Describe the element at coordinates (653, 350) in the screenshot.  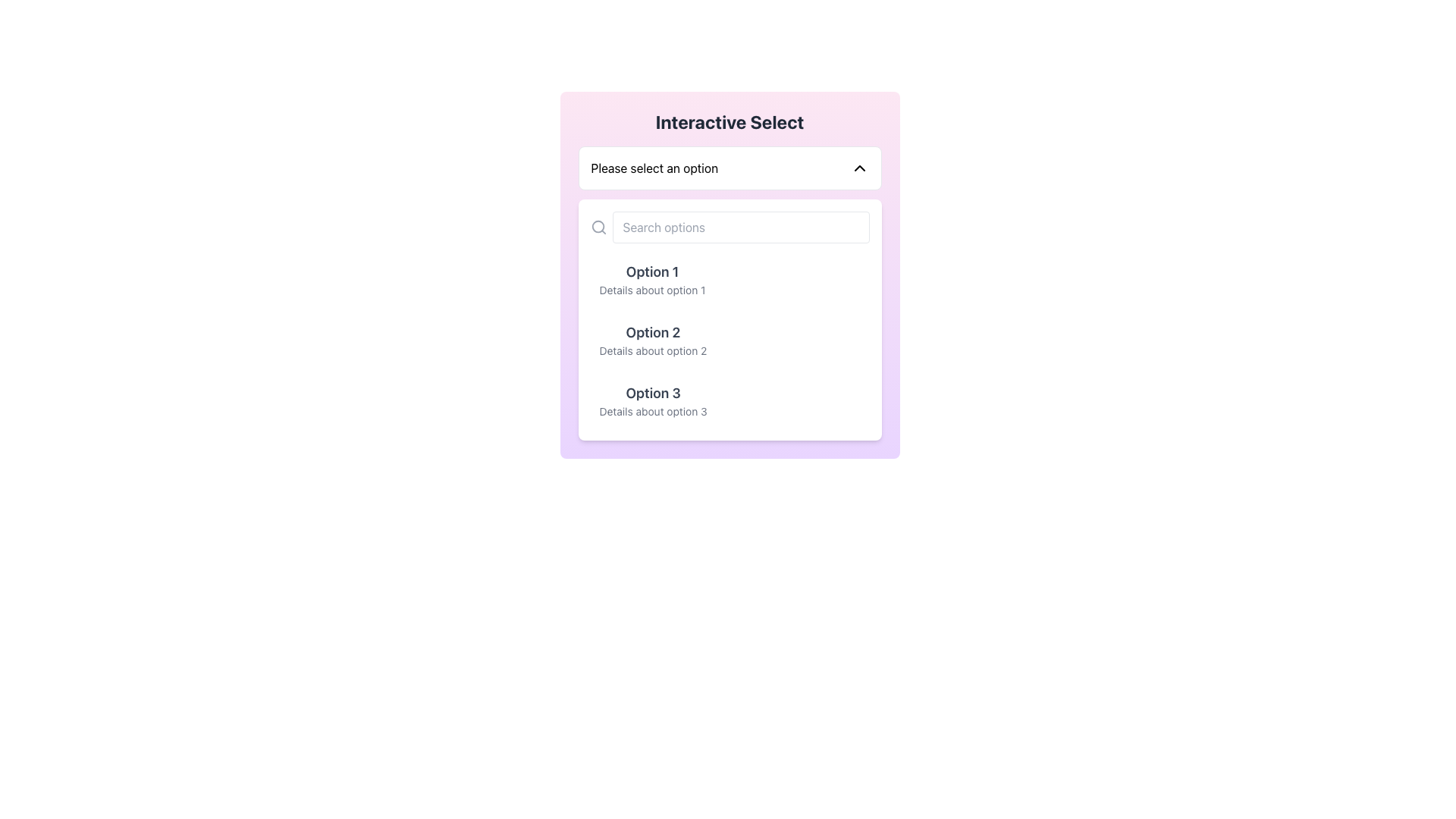
I see `the Text Label that reads 'Details about option 2', which is located directly below 'Option 2' in the dropdown list interface` at that location.